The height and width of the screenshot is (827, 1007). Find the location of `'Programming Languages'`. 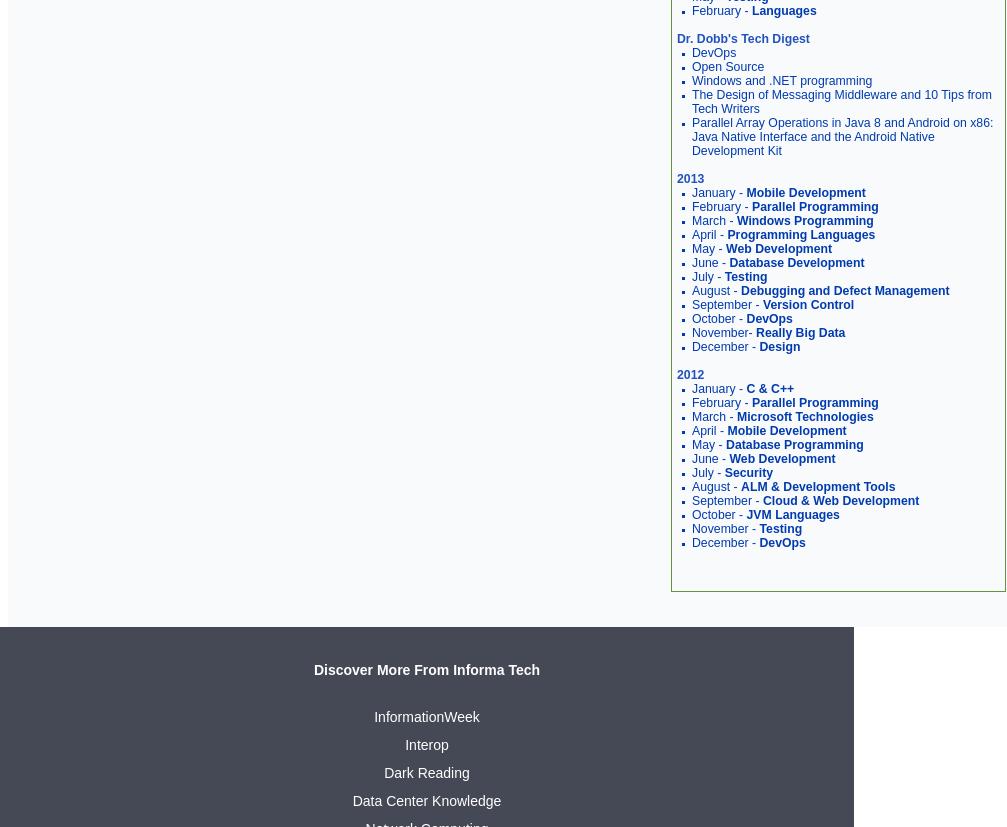

'Programming Languages' is located at coordinates (725, 233).